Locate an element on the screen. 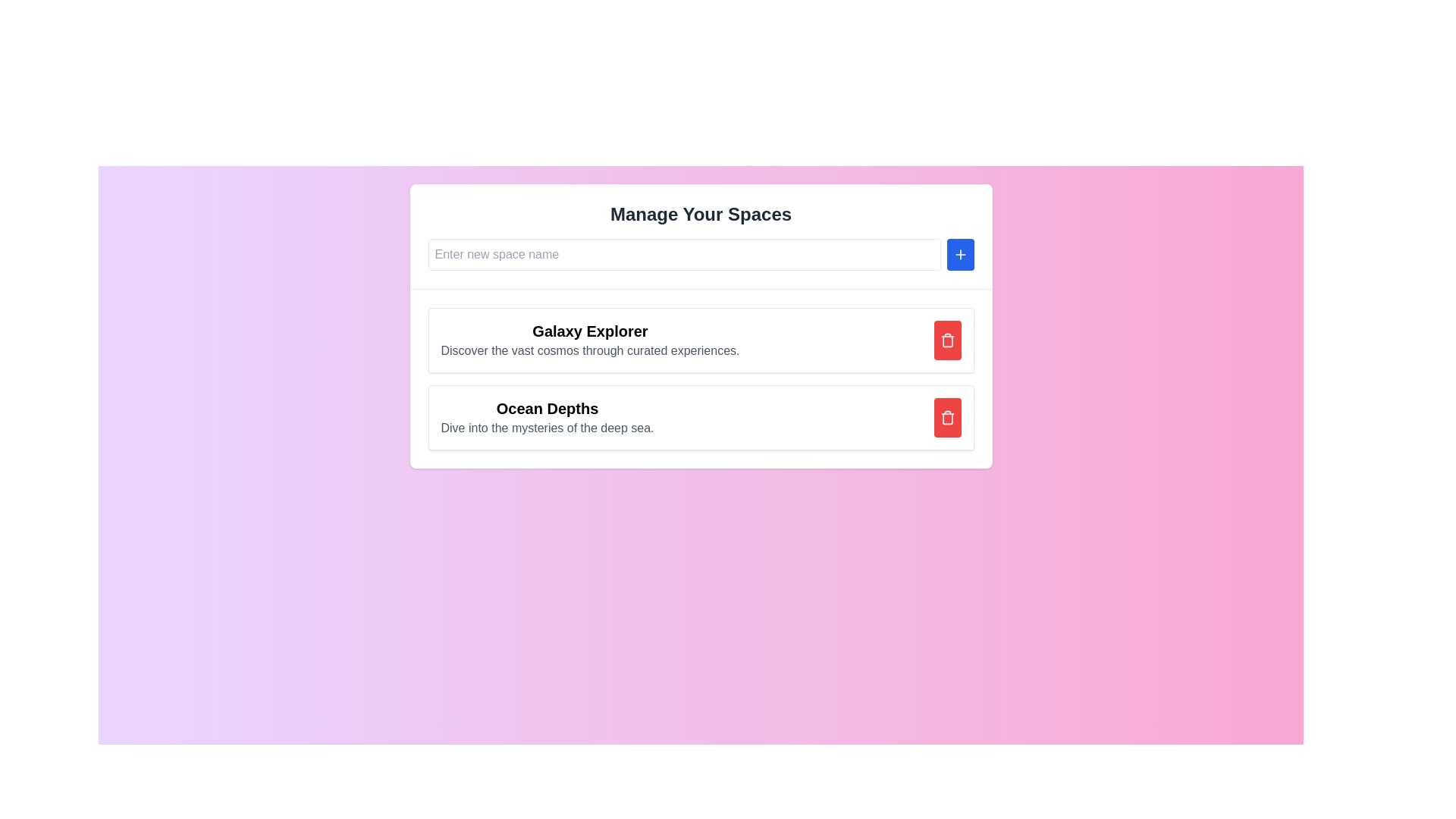 The height and width of the screenshot is (819, 1456). the trash bin icon with a red background and white bin shape located in the top-right corner of the 'Galaxy Explorer' section is located at coordinates (946, 339).